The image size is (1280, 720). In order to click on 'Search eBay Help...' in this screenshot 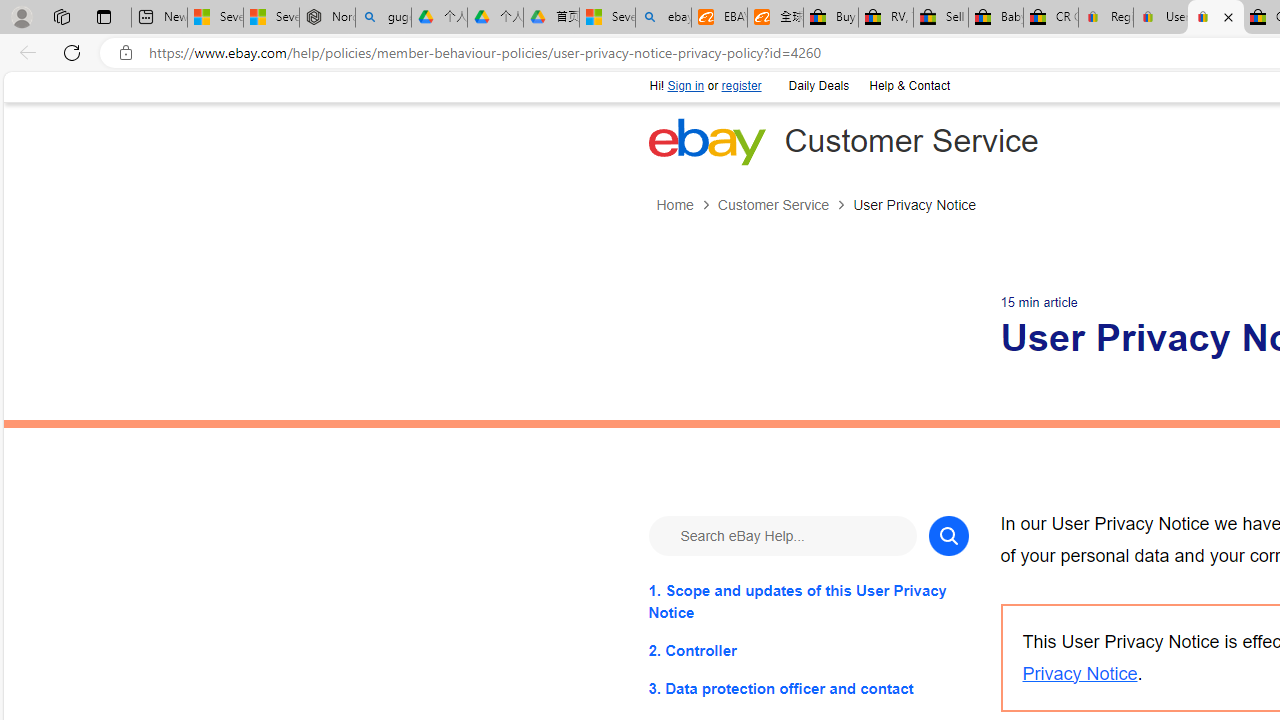, I will do `click(781, 534)`.